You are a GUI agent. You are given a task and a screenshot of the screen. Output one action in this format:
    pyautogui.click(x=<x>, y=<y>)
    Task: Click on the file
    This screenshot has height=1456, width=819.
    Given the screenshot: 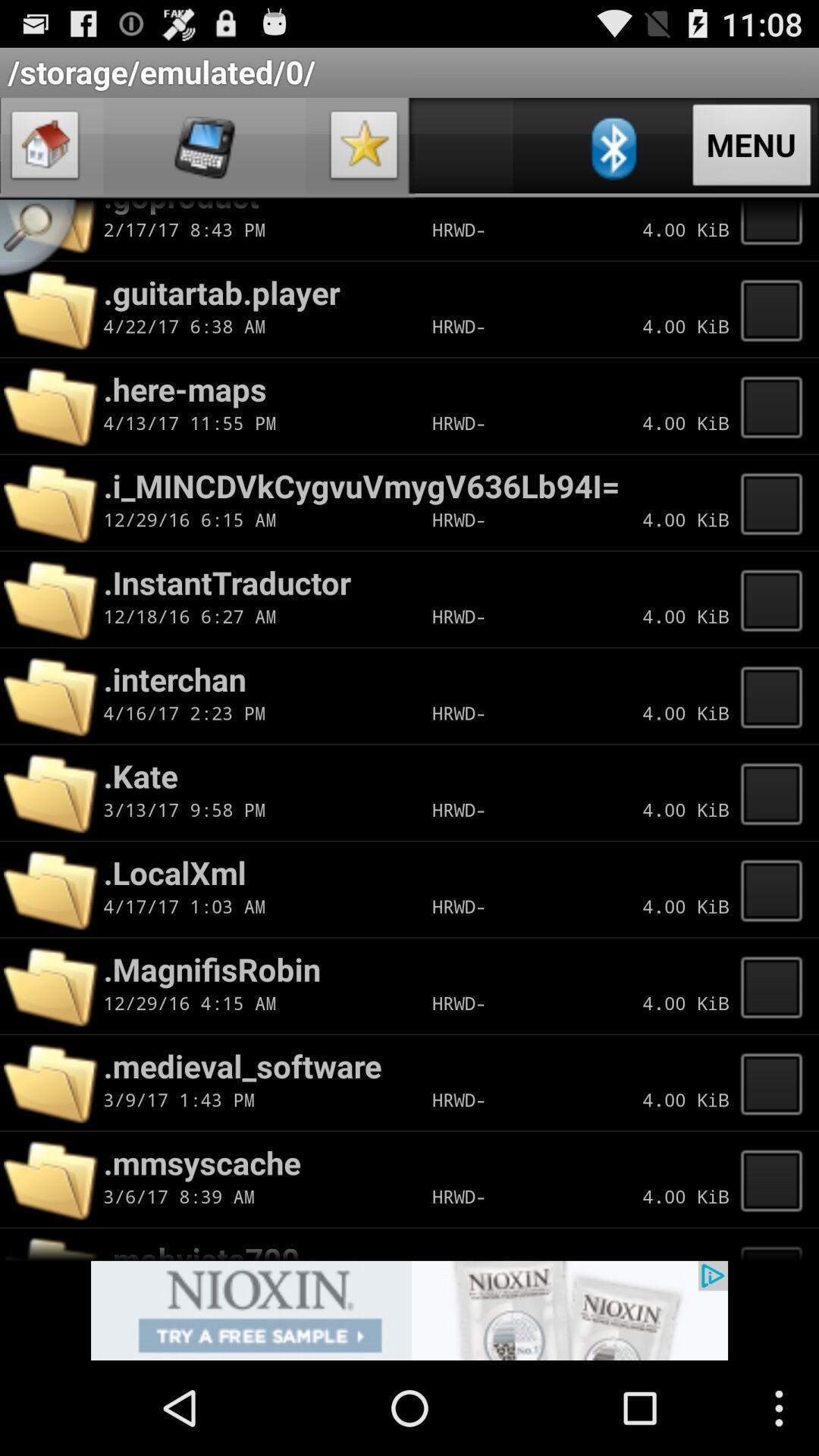 What is the action you would take?
    pyautogui.click(x=776, y=1082)
    